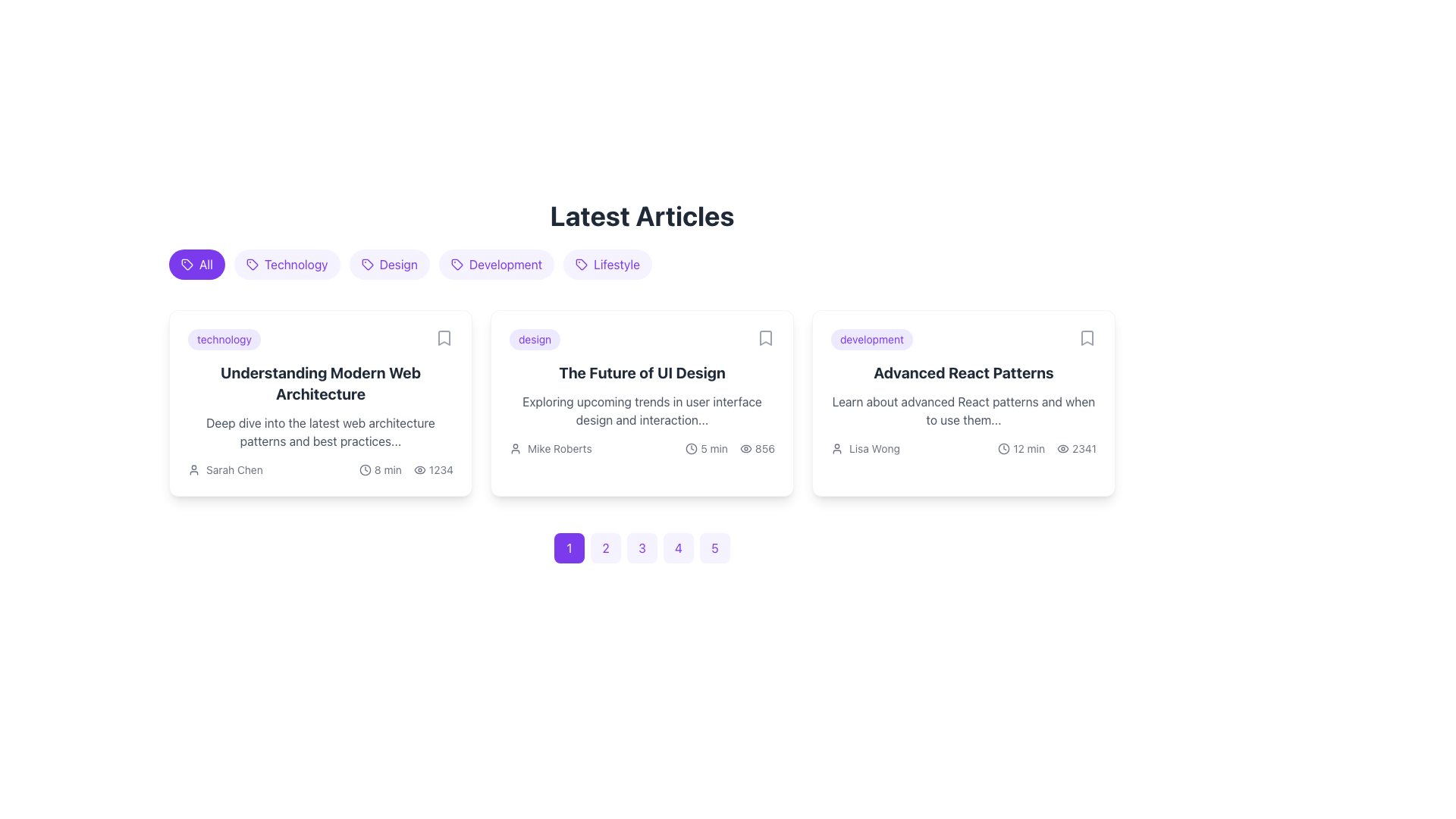  I want to click on text displayed in the Text label that shows the number of views for the article, positioned to the right of the eye icon in the 'Advanced React Patterns' article card, so click(1084, 447).